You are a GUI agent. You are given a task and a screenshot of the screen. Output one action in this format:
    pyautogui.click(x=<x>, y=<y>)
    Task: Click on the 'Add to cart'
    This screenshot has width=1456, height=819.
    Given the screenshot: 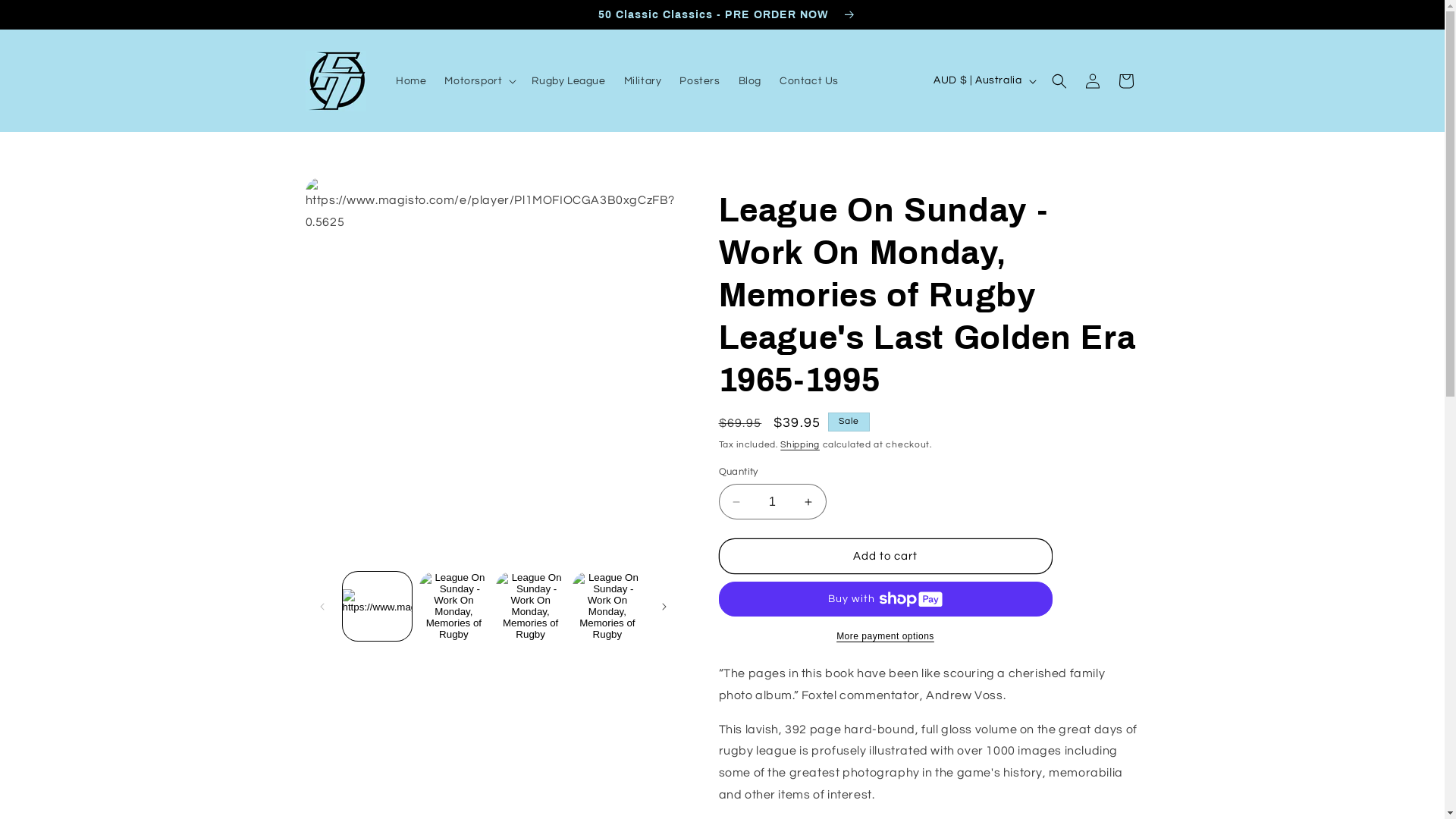 What is the action you would take?
    pyautogui.click(x=885, y=556)
    